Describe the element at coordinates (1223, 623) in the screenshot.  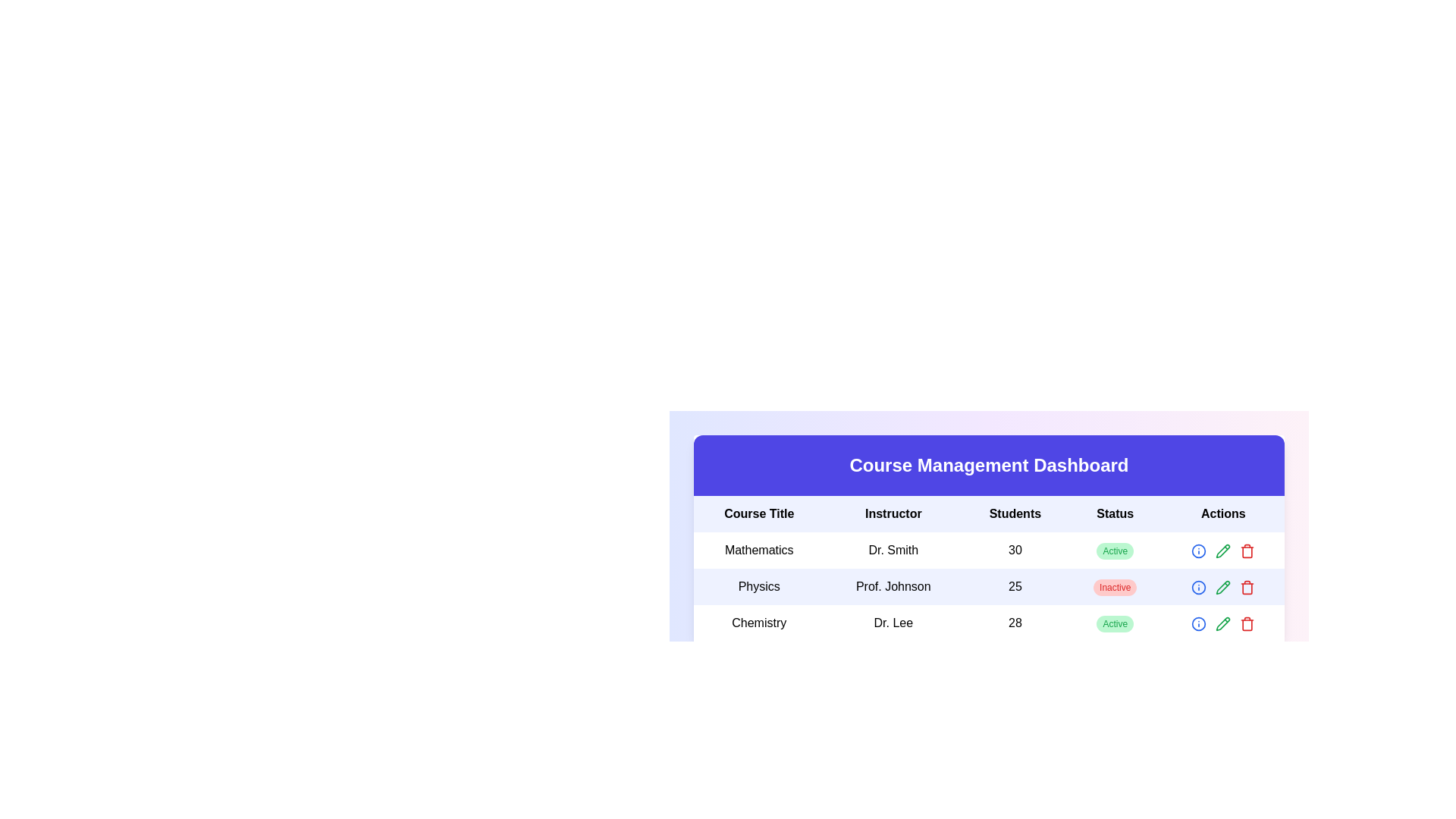
I see `the green pencil icon in the actions column of the course management table to initiate editing for the Chemistry row` at that location.